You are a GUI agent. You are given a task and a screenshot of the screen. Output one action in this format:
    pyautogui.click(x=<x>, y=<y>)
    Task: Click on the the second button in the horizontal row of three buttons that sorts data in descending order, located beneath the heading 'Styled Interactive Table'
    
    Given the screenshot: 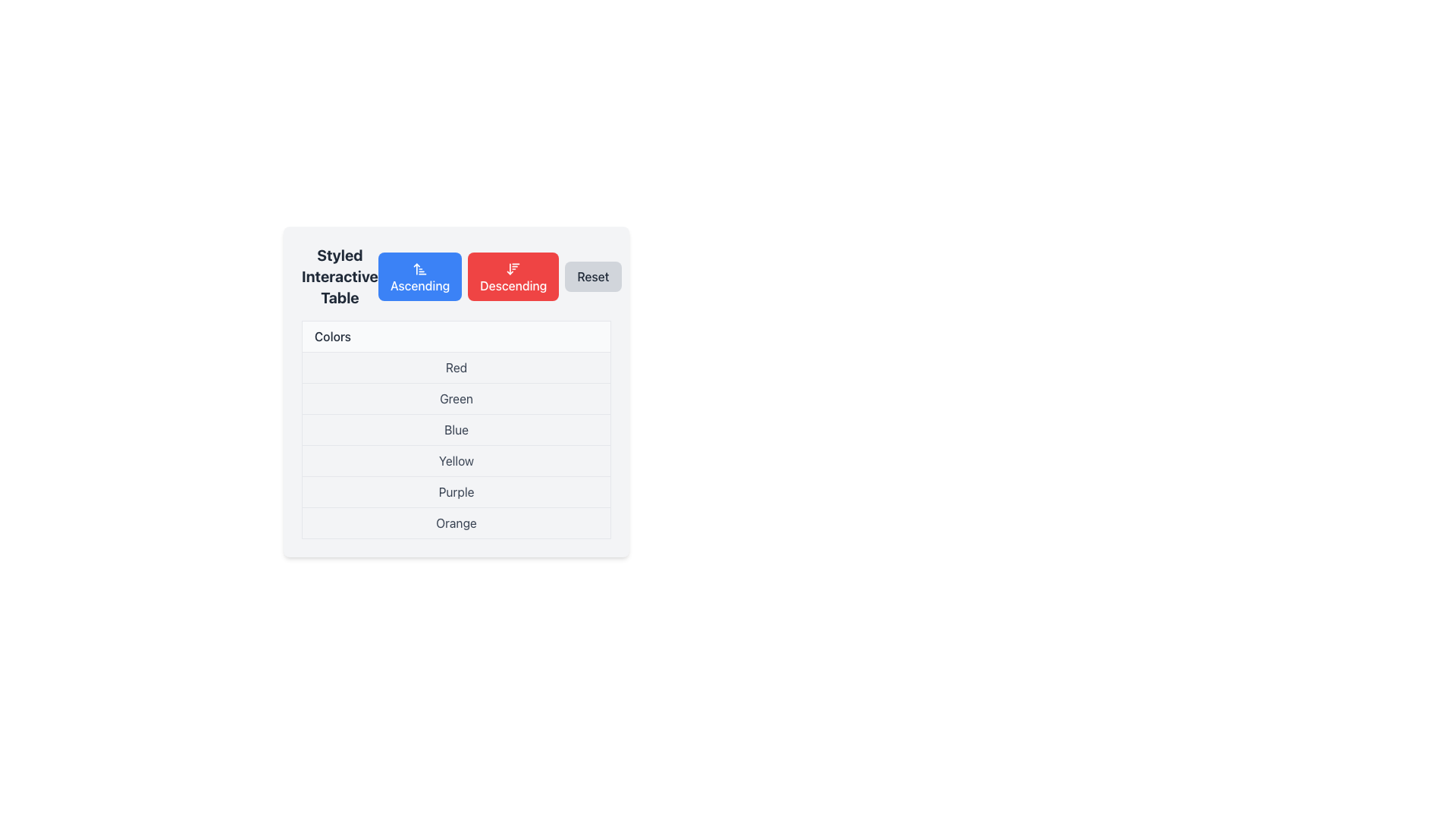 What is the action you would take?
    pyautogui.click(x=500, y=277)
    